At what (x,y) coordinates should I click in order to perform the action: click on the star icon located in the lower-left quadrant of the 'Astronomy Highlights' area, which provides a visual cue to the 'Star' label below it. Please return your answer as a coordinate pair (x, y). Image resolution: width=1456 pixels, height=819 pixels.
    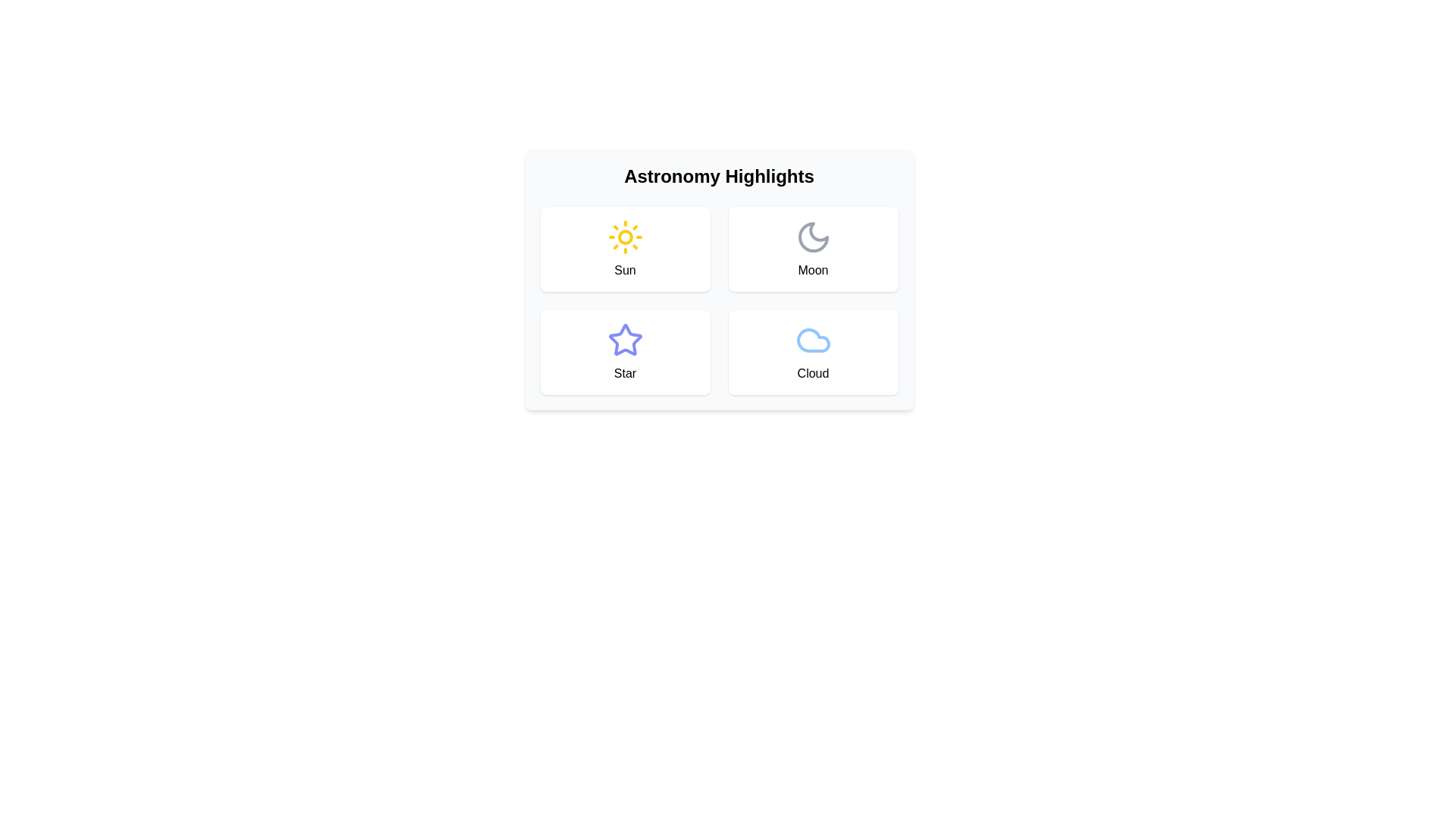
    Looking at the image, I should click on (625, 339).